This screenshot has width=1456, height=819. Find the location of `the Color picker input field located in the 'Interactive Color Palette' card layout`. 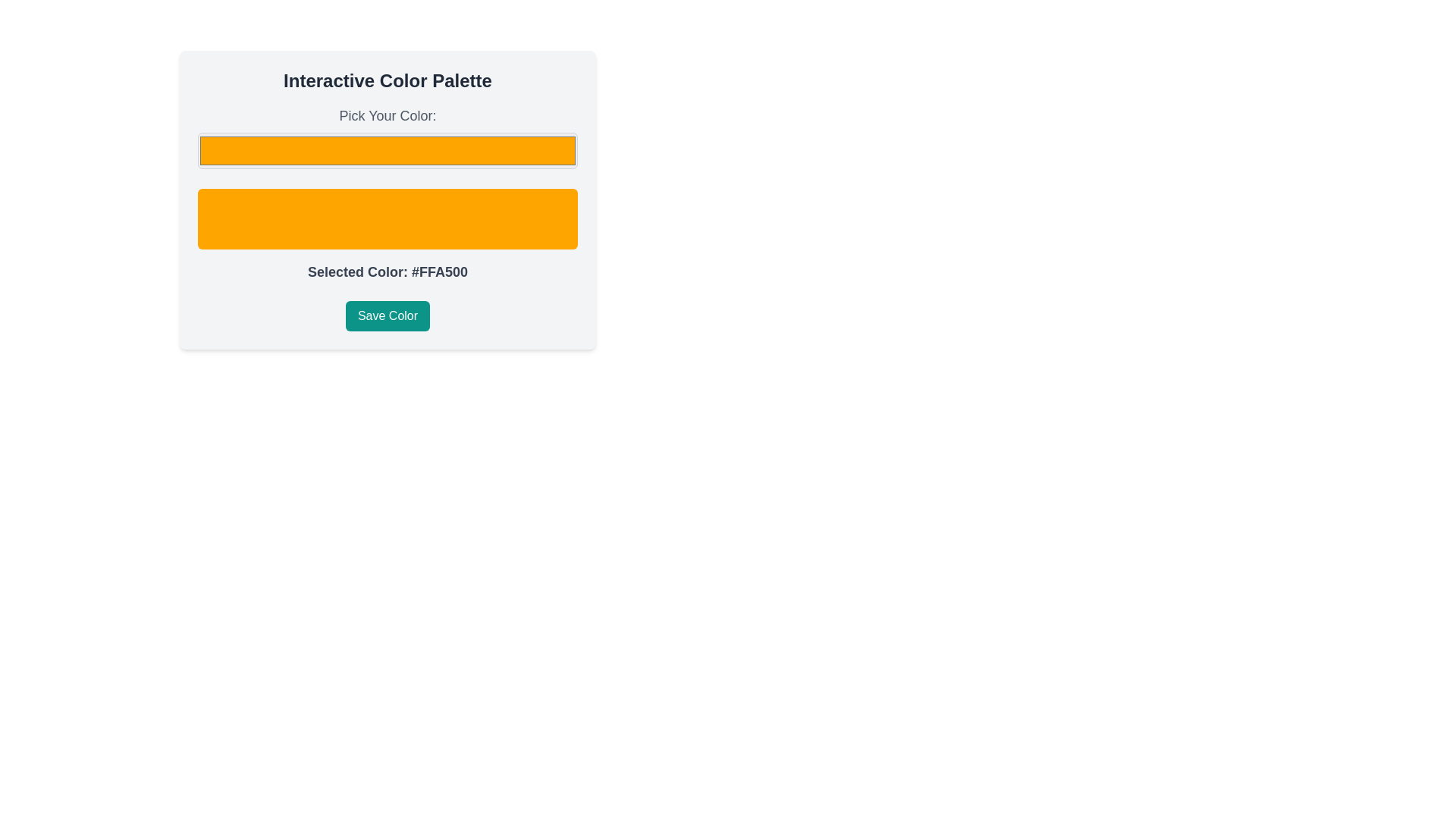

the Color picker input field located in the 'Interactive Color Palette' card layout is located at coordinates (388, 137).